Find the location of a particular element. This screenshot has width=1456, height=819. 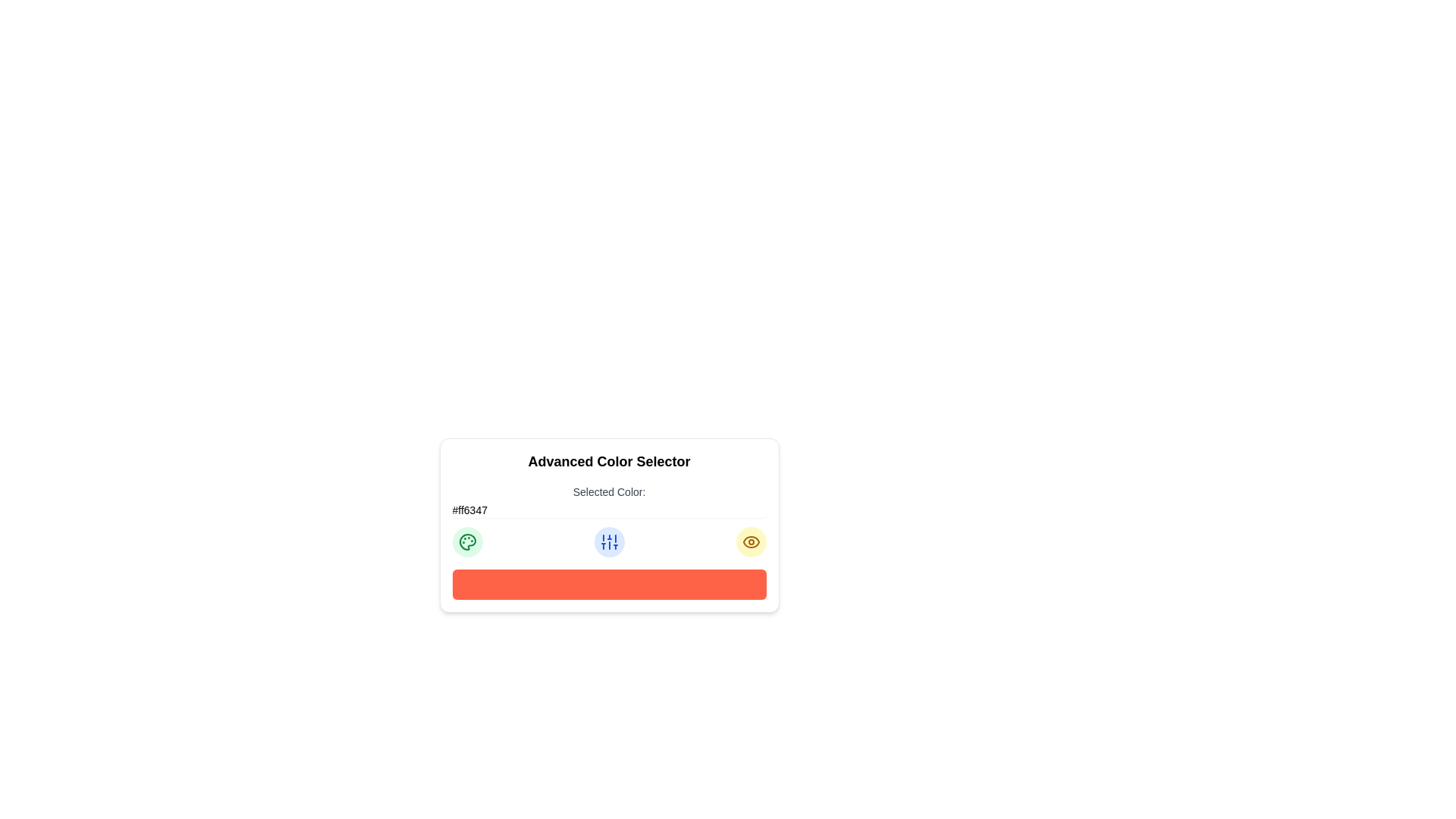

the rounded yellow button with an eye icon located beneath the text 'Selected Color:' is located at coordinates (751, 541).